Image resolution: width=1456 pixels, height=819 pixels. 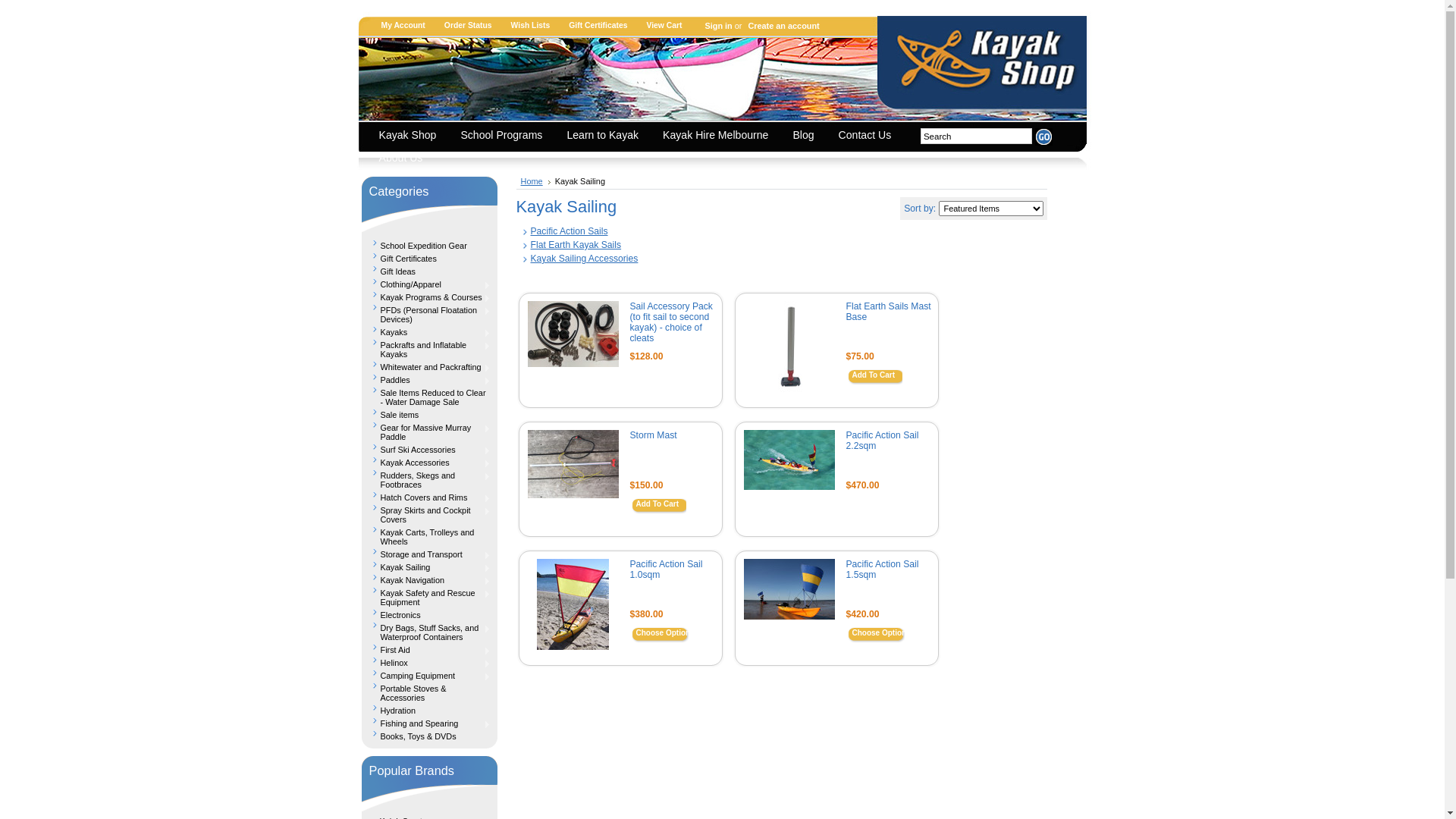 I want to click on 'Contact Us', so click(x=869, y=136).